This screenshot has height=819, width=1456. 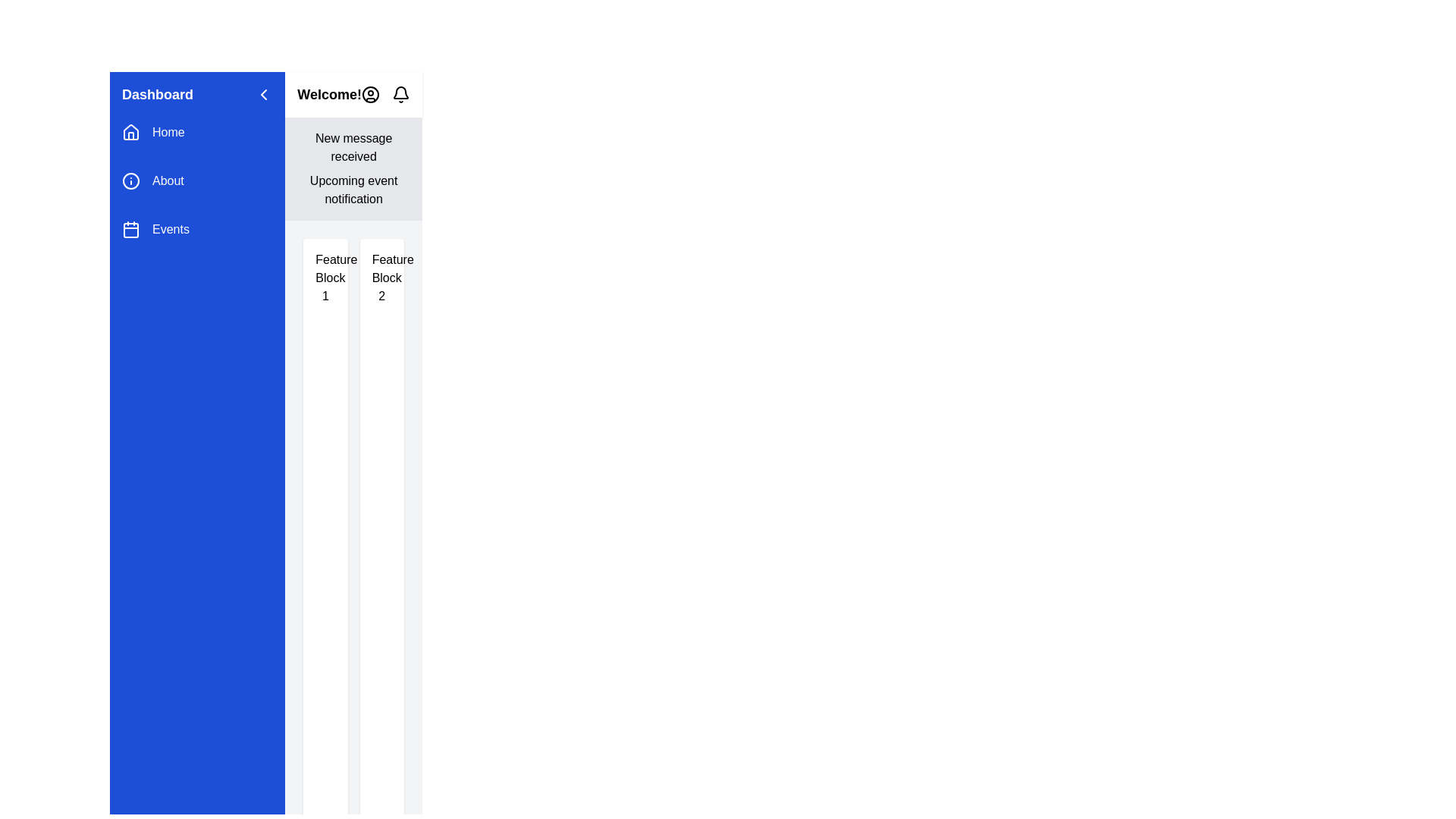 I want to click on the greeting text label located in the top-right section of the main content area, which serves as the entry point of the interface, so click(x=328, y=94).